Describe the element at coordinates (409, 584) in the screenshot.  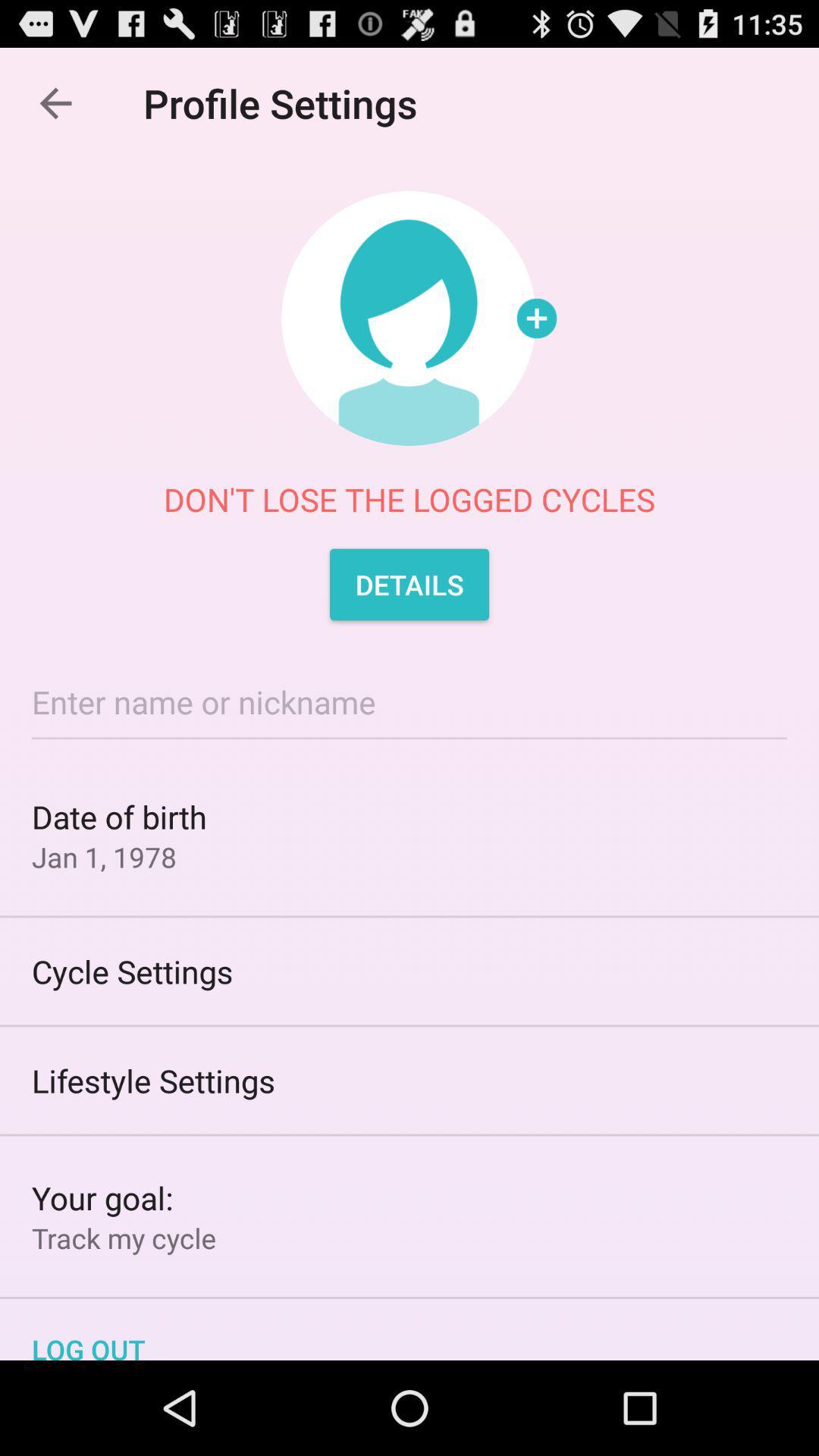
I see `details icon` at that location.